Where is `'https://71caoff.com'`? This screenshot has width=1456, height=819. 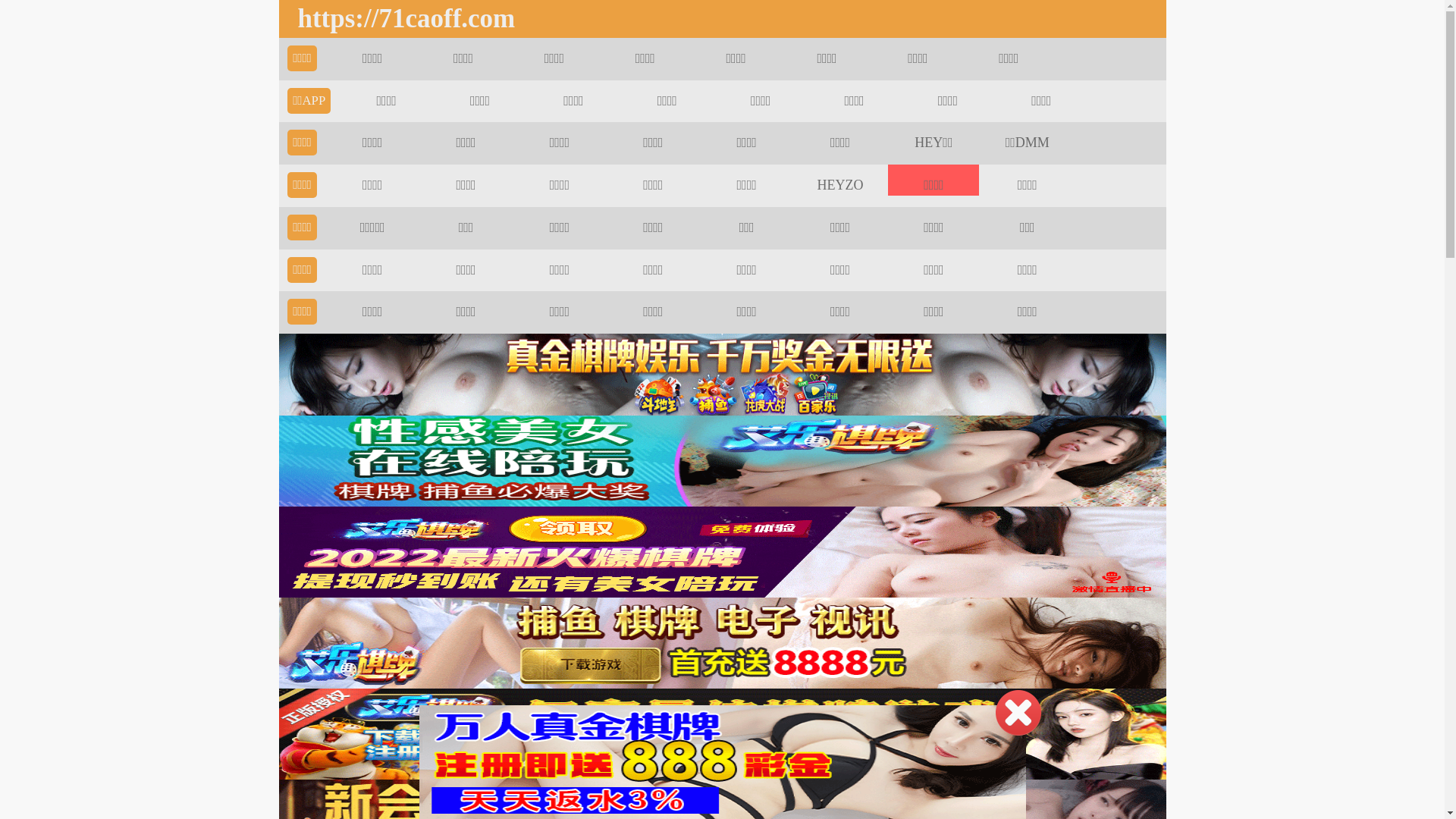 'https://71caoff.com' is located at coordinates (402, 18).